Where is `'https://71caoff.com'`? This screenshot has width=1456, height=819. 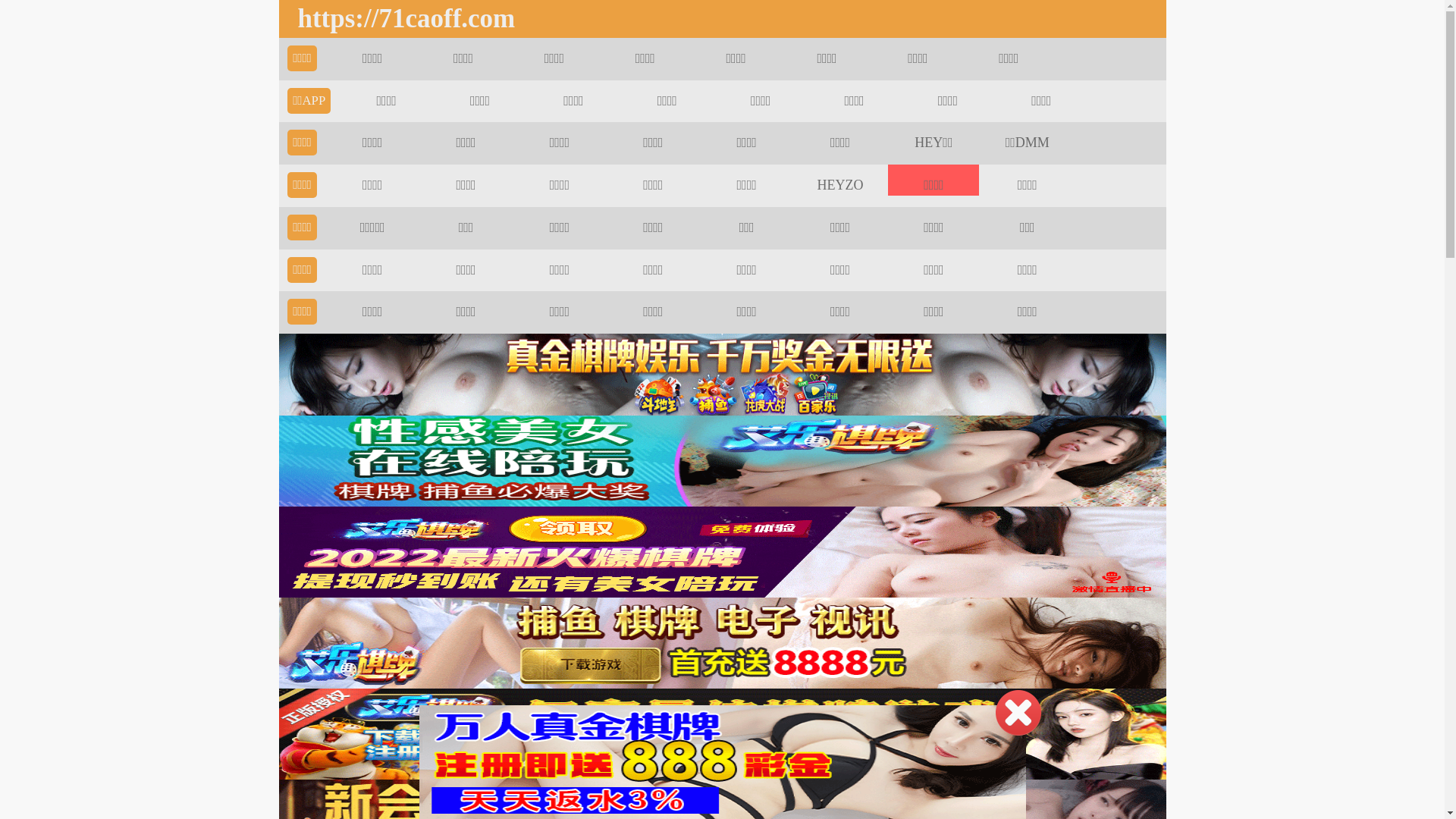 'https://71caoff.com' is located at coordinates (402, 18).